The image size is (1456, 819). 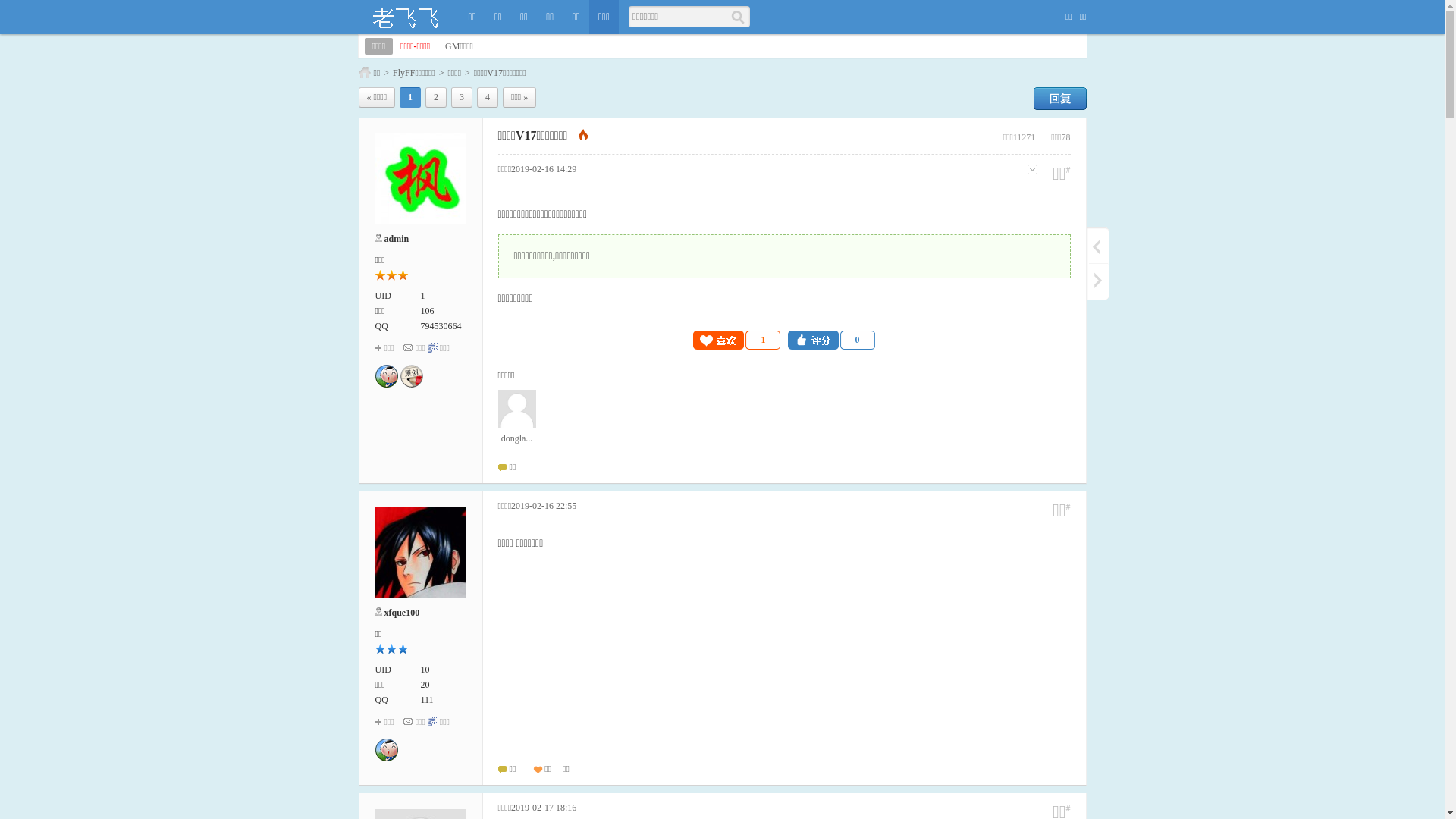 I want to click on 'admin', so click(x=396, y=239).